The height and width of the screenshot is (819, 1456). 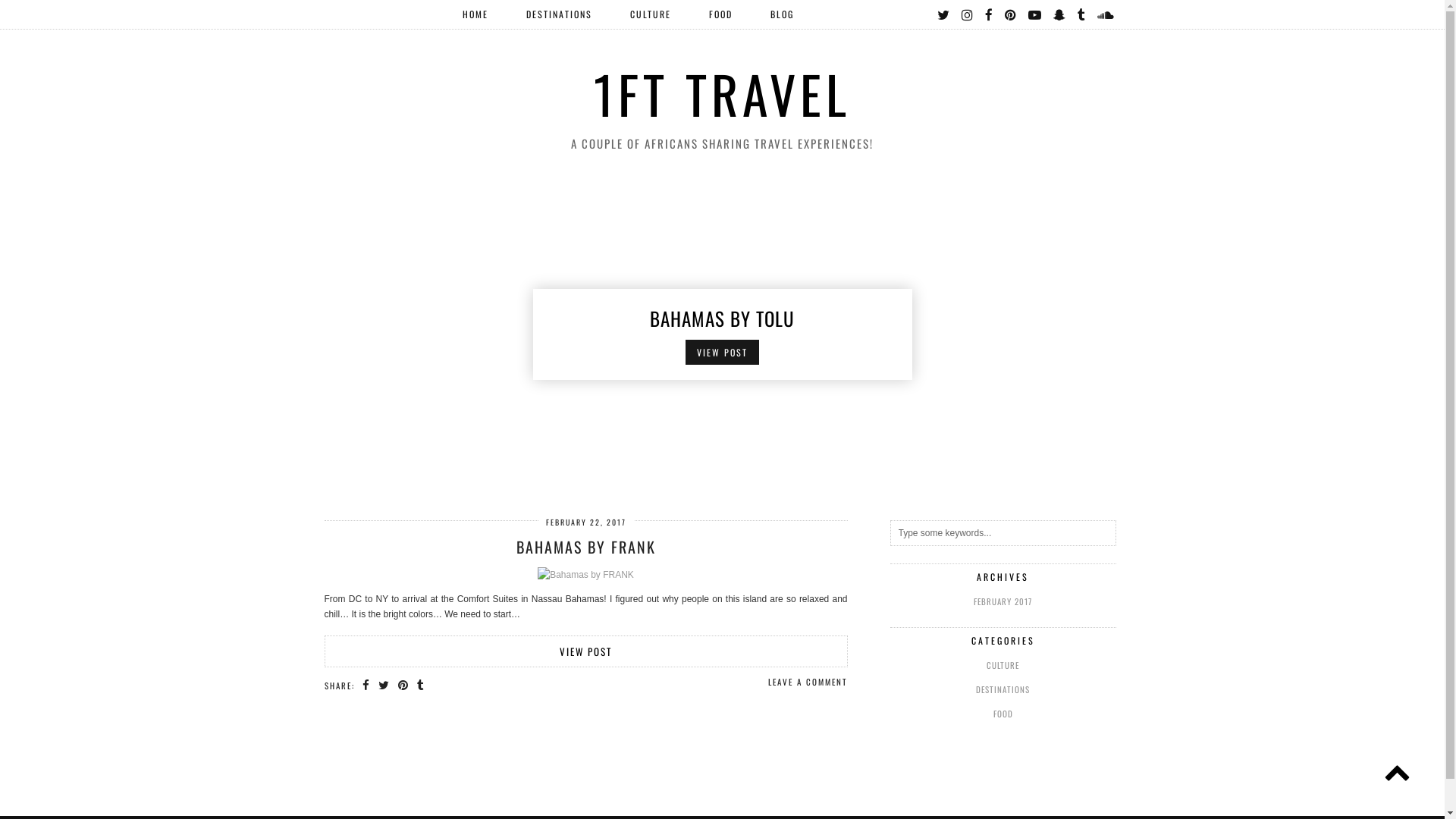 What do you see at coordinates (557, 14) in the screenshot?
I see `'DESTINATIONS'` at bounding box center [557, 14].